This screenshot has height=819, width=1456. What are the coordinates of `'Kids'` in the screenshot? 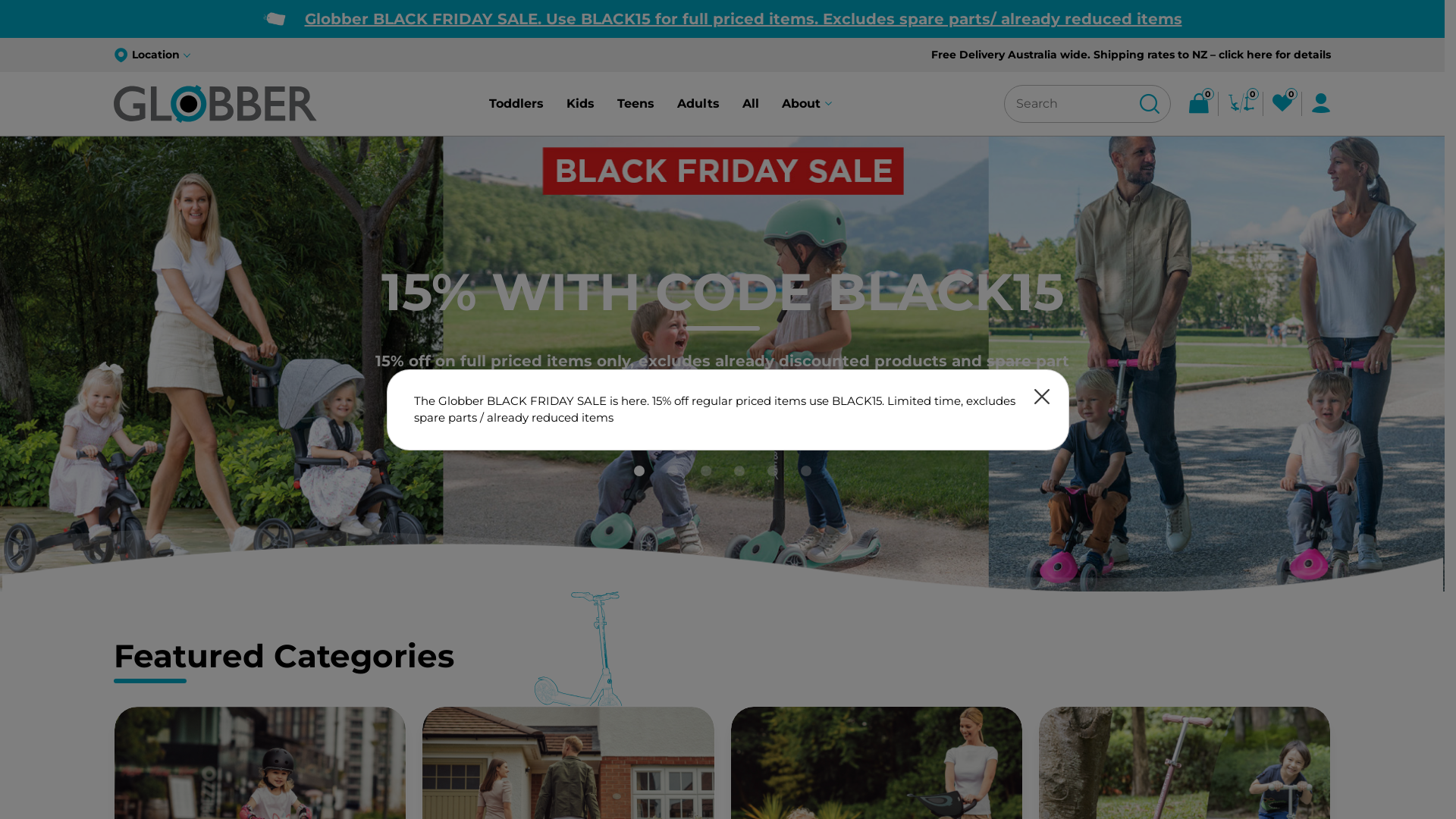 It's located at (566, 103).